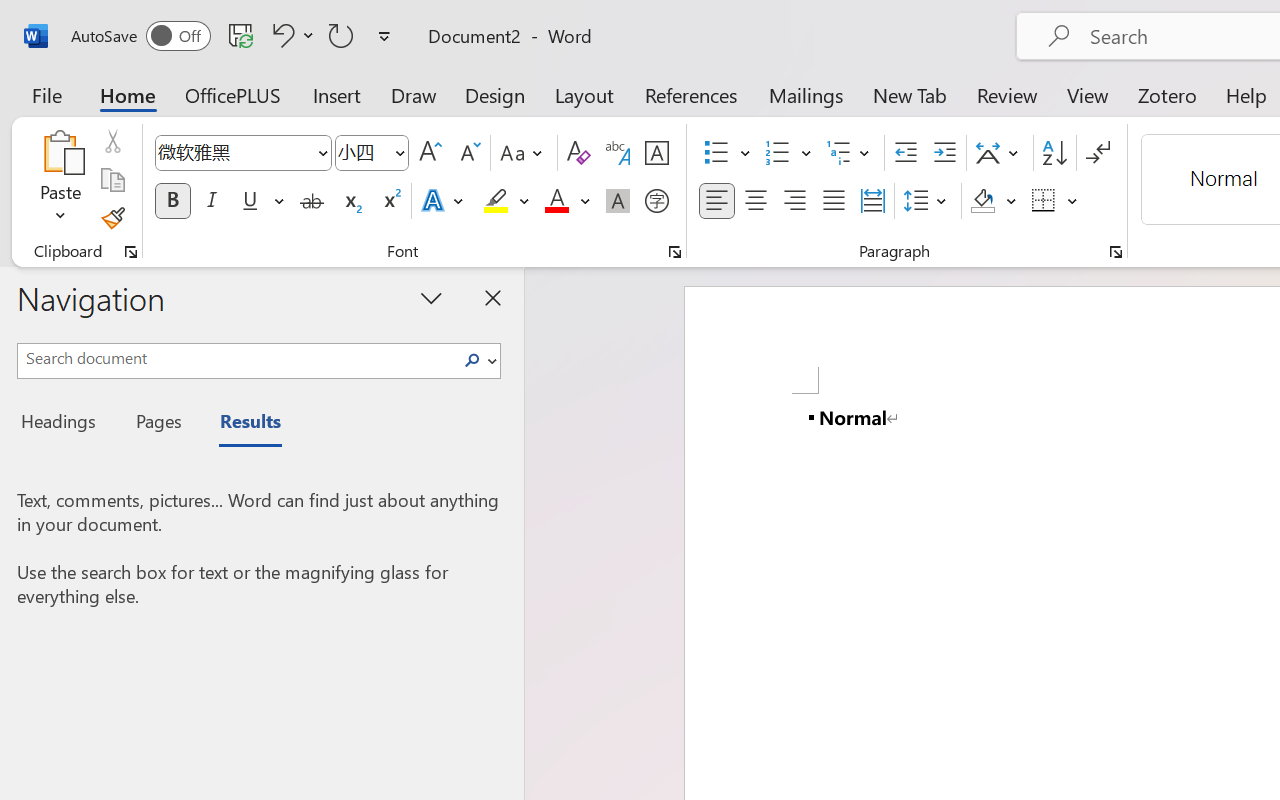 The width and height of the screenshot is (1280, 800). What do you see at coordinates (240, 34) in the screenshot?
I see `'Save'` at bounding box center [240, 34].